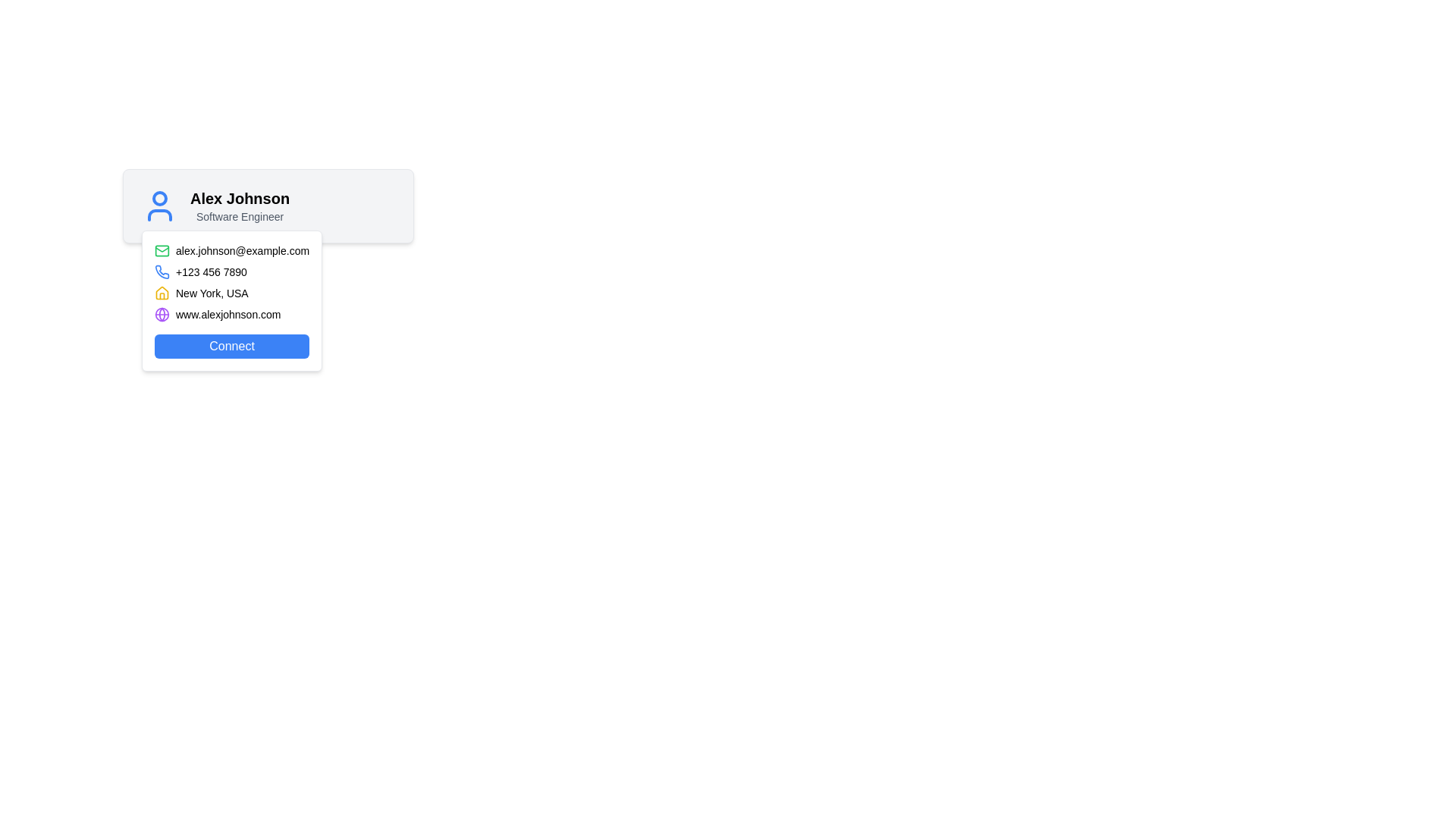  Describe the element at coordinates (231, 293) in the screenshot. I see `displayed location information from the Label with an icon that shows 'New York, USA', located in the third row of the contact information section` at that location.